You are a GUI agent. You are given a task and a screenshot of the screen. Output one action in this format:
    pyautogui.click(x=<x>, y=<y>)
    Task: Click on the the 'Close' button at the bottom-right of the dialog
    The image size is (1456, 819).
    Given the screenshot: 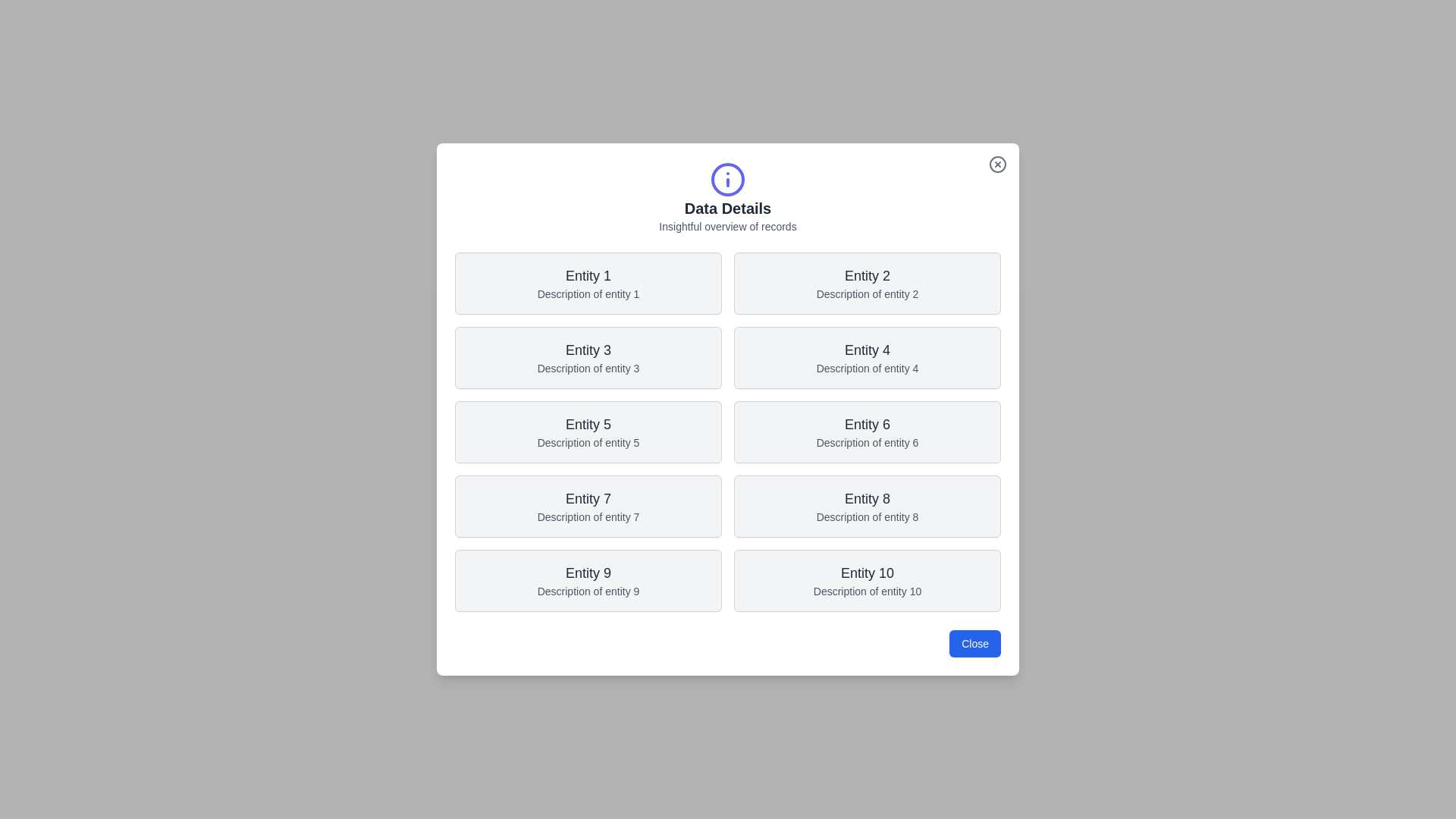 What is the action you would take?
    pyautogui.click(x=975, y=643)
    